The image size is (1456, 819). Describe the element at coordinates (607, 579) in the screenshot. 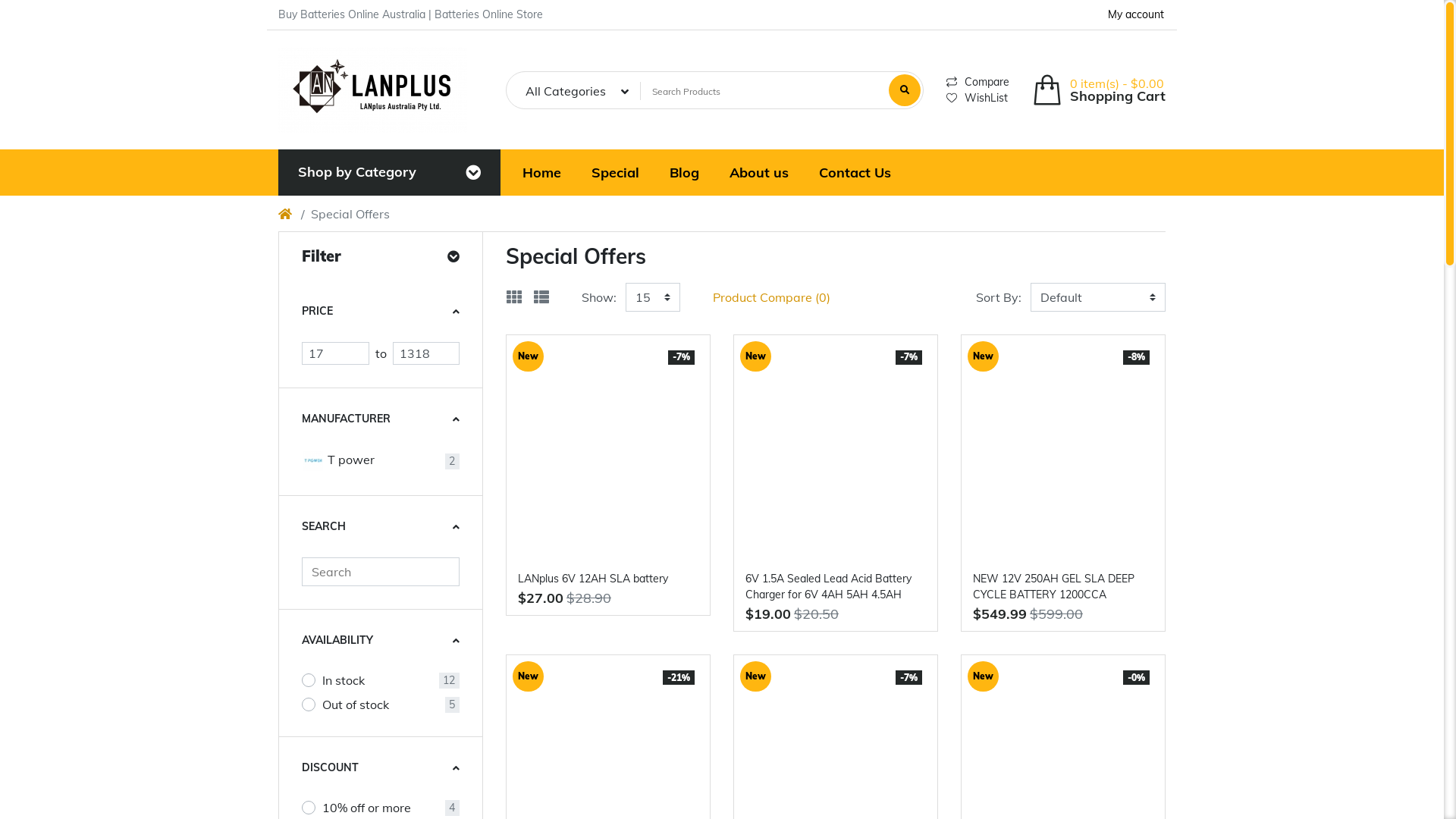

I see `'LANplus 6V 12AH SLA battery'` at that location.